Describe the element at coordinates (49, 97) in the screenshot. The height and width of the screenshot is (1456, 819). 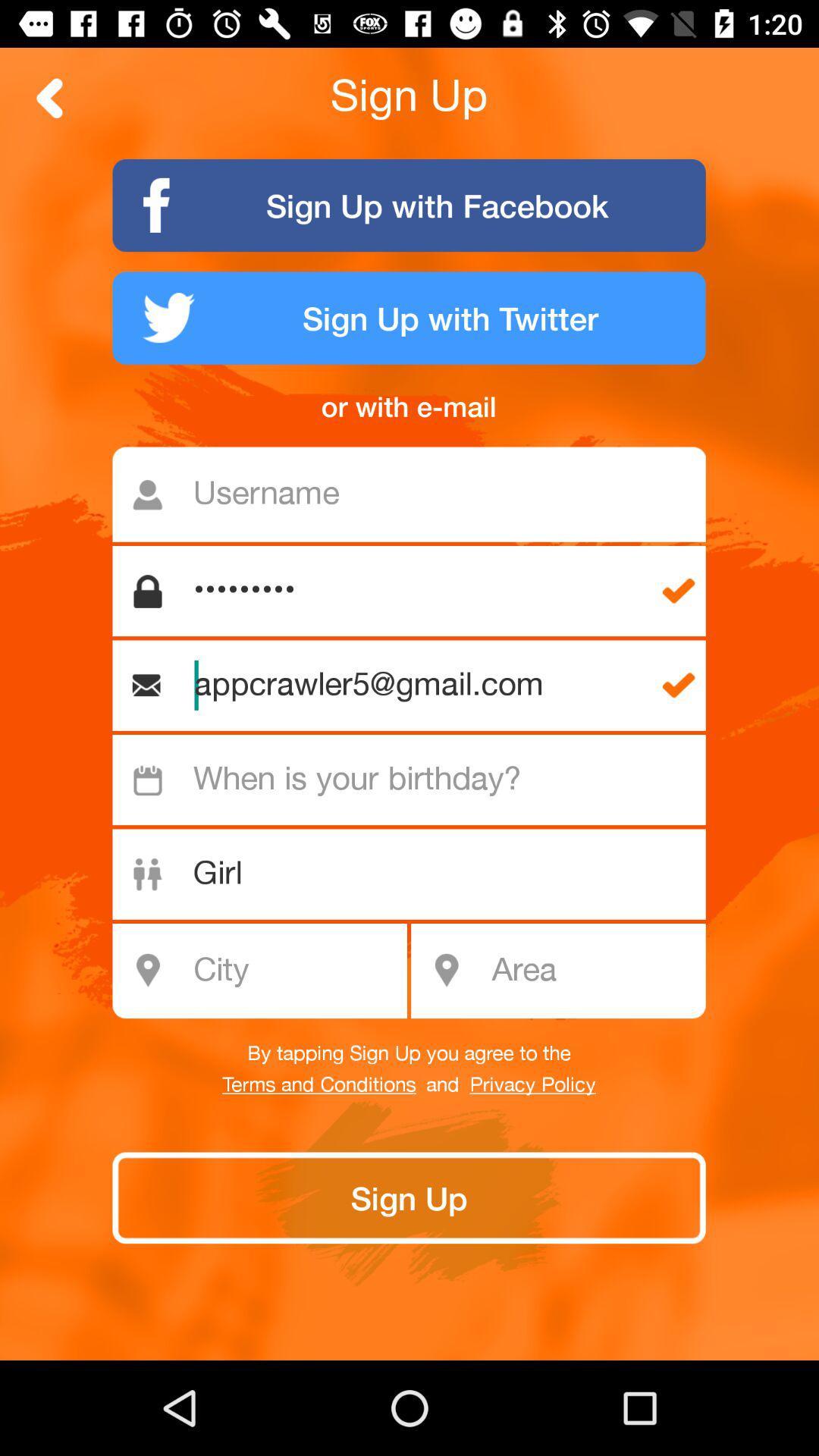
I see `the arrow_backward icon` at that location.